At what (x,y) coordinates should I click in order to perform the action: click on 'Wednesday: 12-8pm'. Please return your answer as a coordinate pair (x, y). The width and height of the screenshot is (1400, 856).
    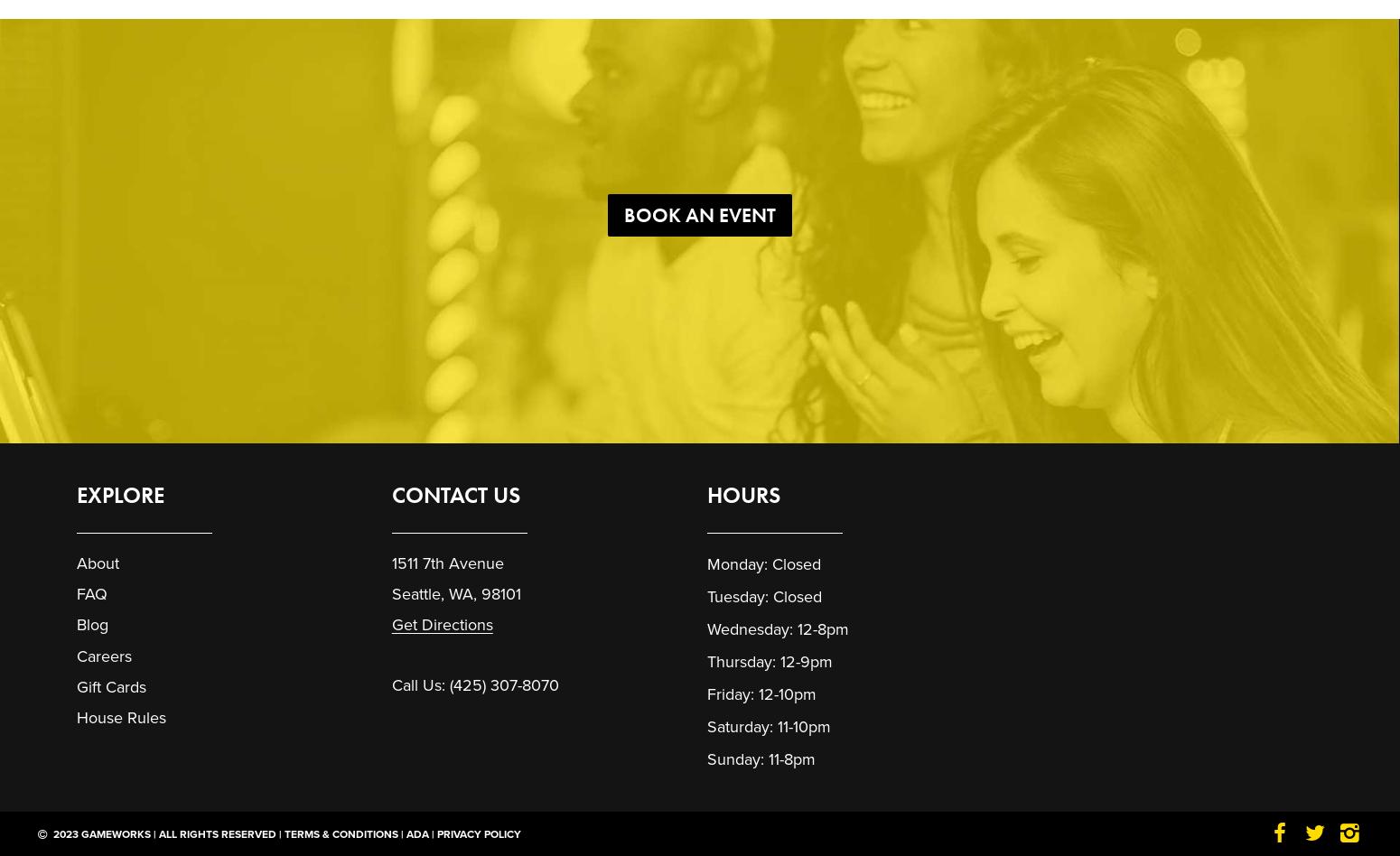
    Looking at the image, I should click on (777, 628).